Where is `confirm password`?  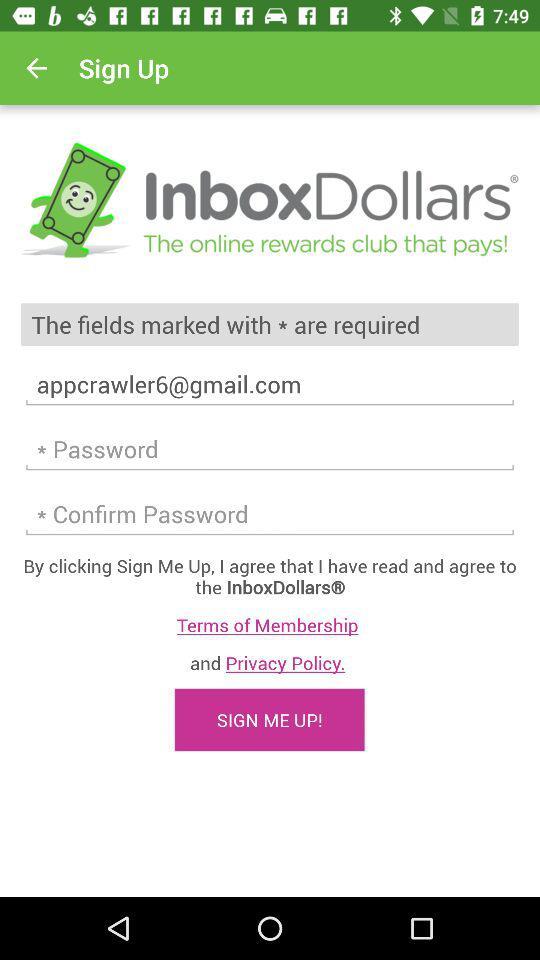 confirm password is located at coordinates (270, 513).